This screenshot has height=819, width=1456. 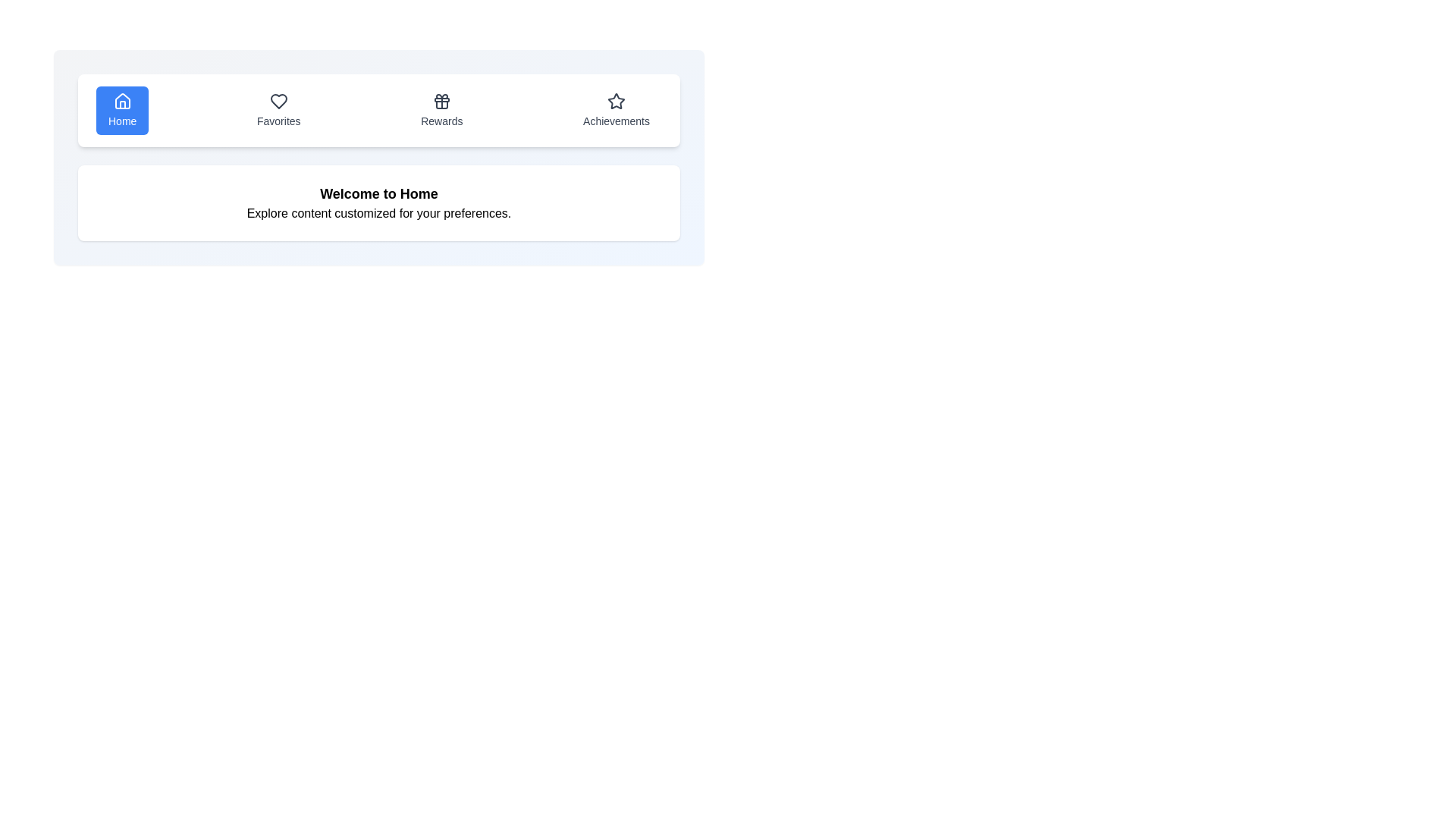 What do you see at coordinates (378, 193) in the screenshot?
I see `the Header Text element that greets the user and provides context for the following content by reading the text` at bounding box center [378, 193].